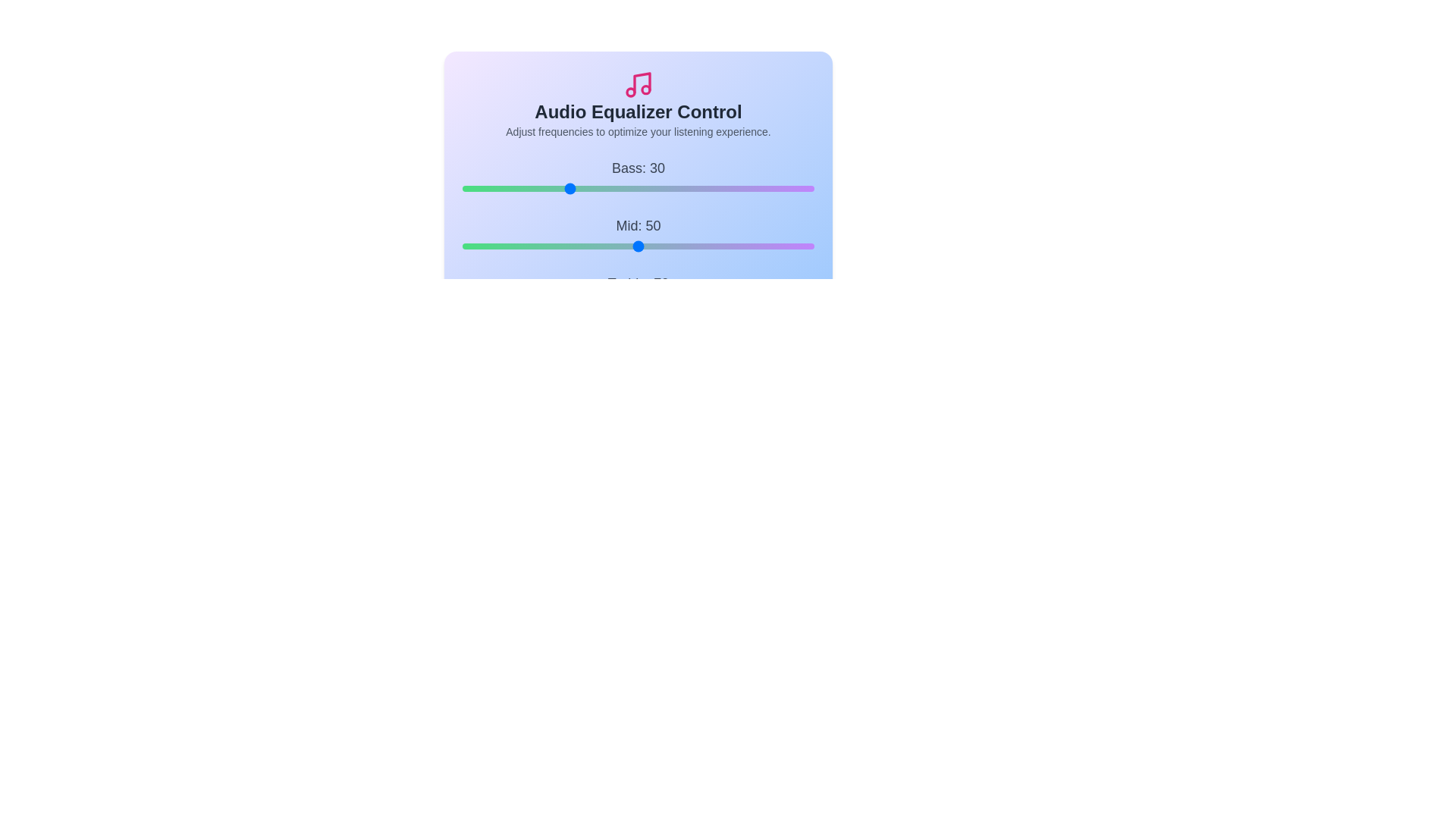 The width and height of the screenshot is (1456, 819). I want to click on the Bass slider to set the bass level to 28, so click(560, 188).